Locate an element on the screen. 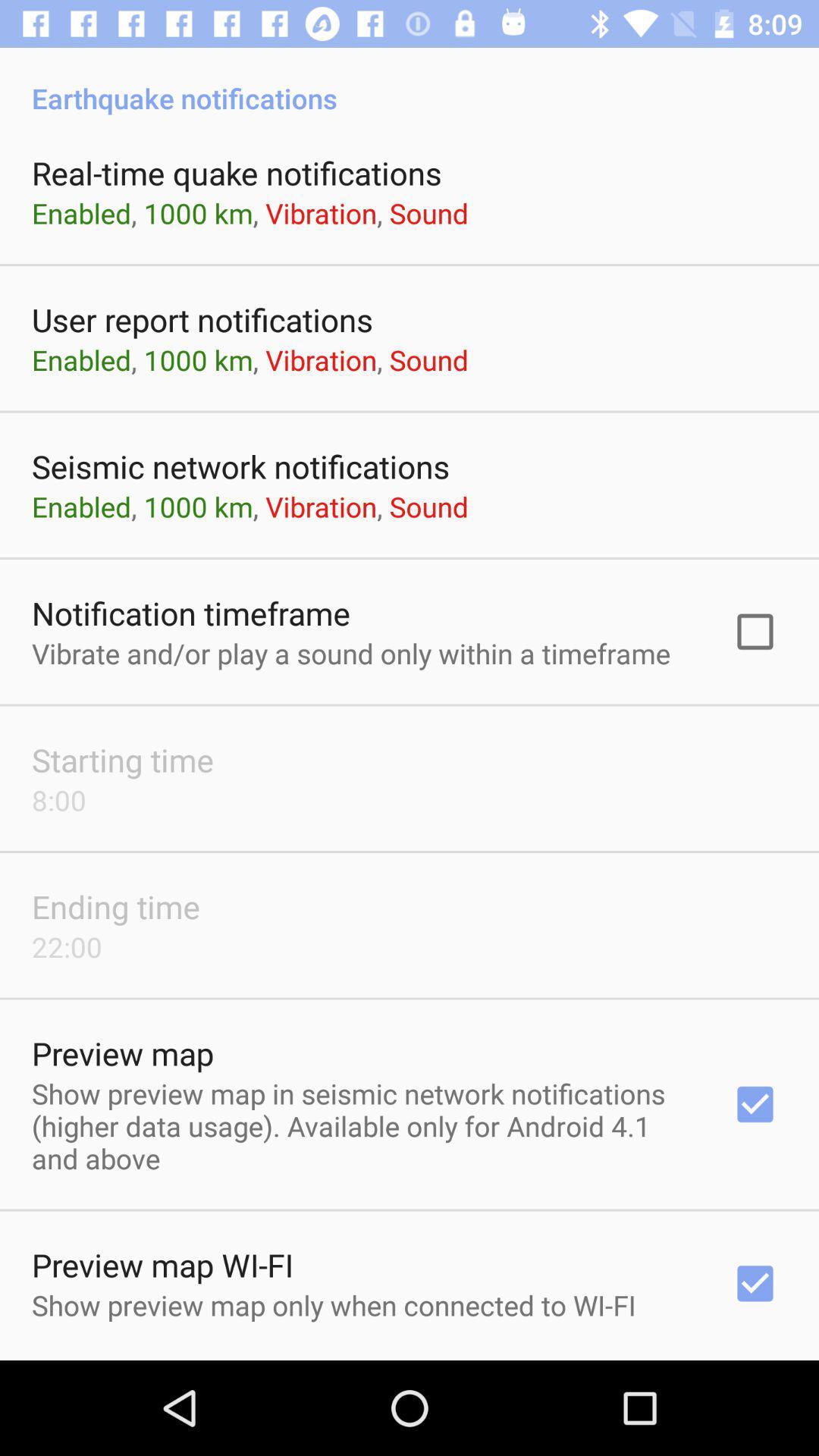  app above the enabled 1000 km is located at coordinates (237, 173).